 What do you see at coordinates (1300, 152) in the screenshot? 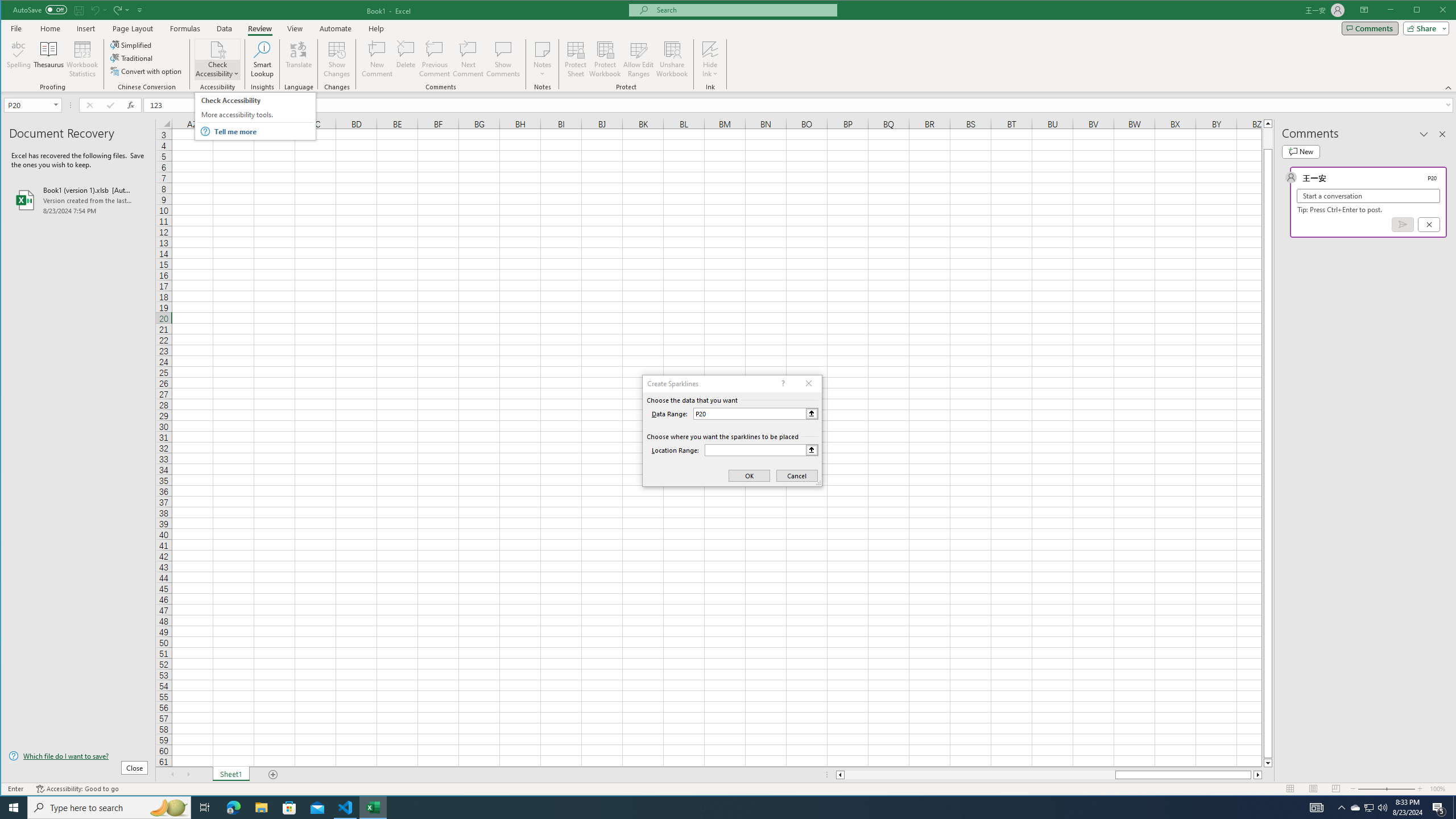
I see `'New comment'` at bounding box center [1300, 152].